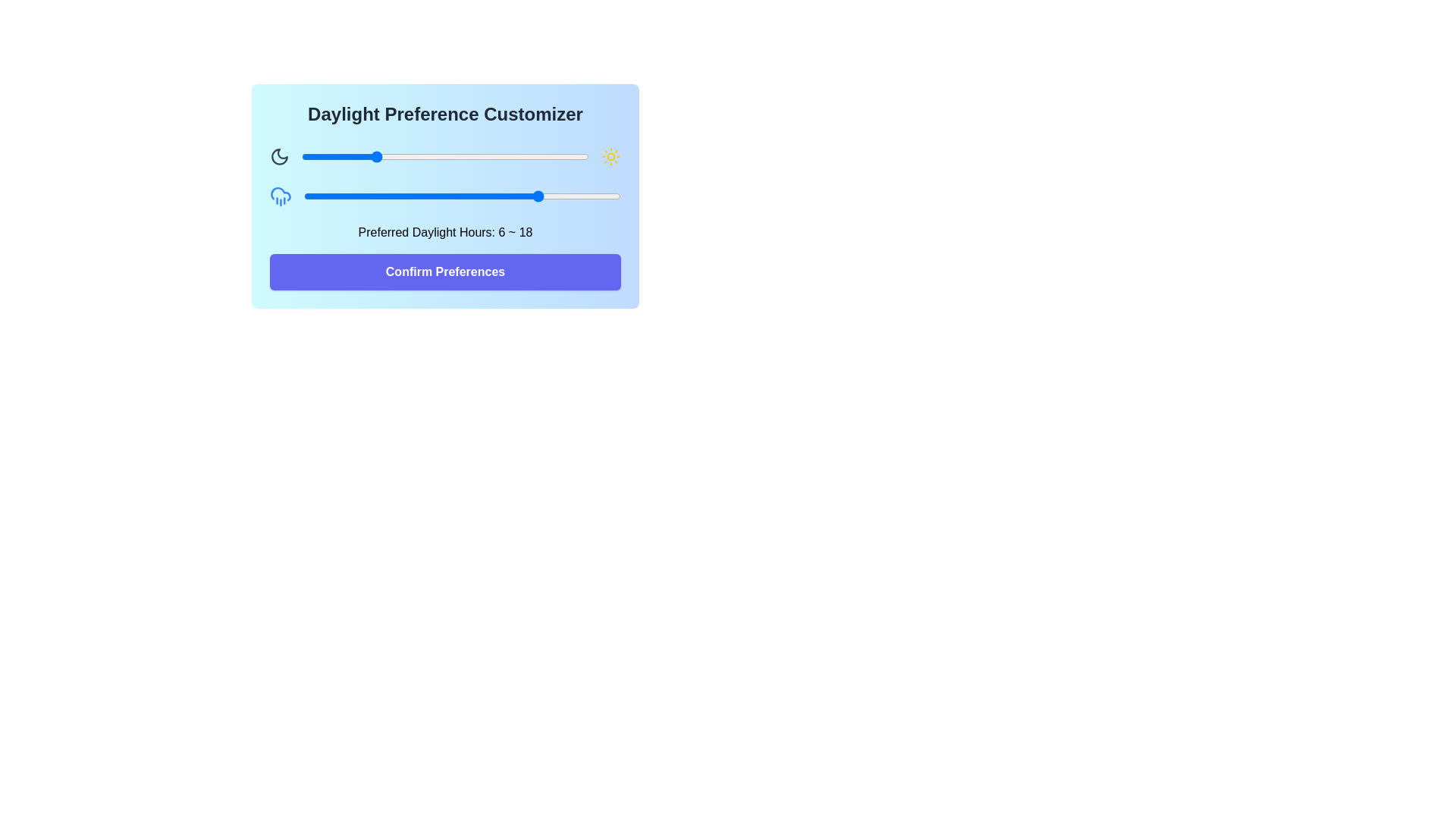 The width and height of the screenshot is (1456, 819). What do you see at coordinates (475, 195) in the screenshot?
I see `the preferred daylight hours` at bounding box center [475, 195].